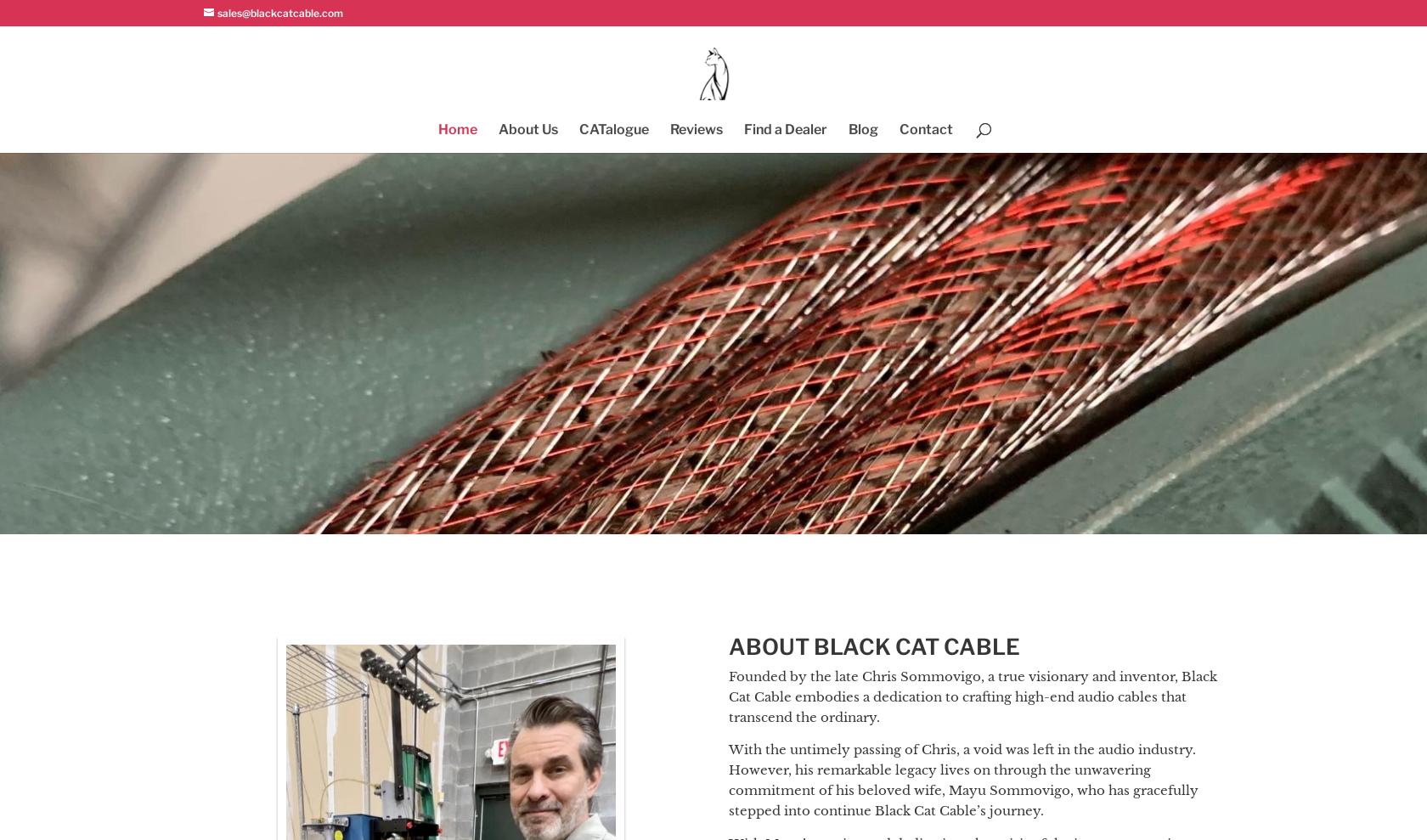 The image size is (1427, 840). Describe the element at coordinates (727, 778) in the screenshot. I see `'With the untimely passing of Chris, a void was left in the audio industry. However, his remarkable legacy lives on through the unwavering commitment of his beloved wife, Mayu Sommovigo, who has gracefully stepped into continue Black Cat Cable’s journey.'` at that location.